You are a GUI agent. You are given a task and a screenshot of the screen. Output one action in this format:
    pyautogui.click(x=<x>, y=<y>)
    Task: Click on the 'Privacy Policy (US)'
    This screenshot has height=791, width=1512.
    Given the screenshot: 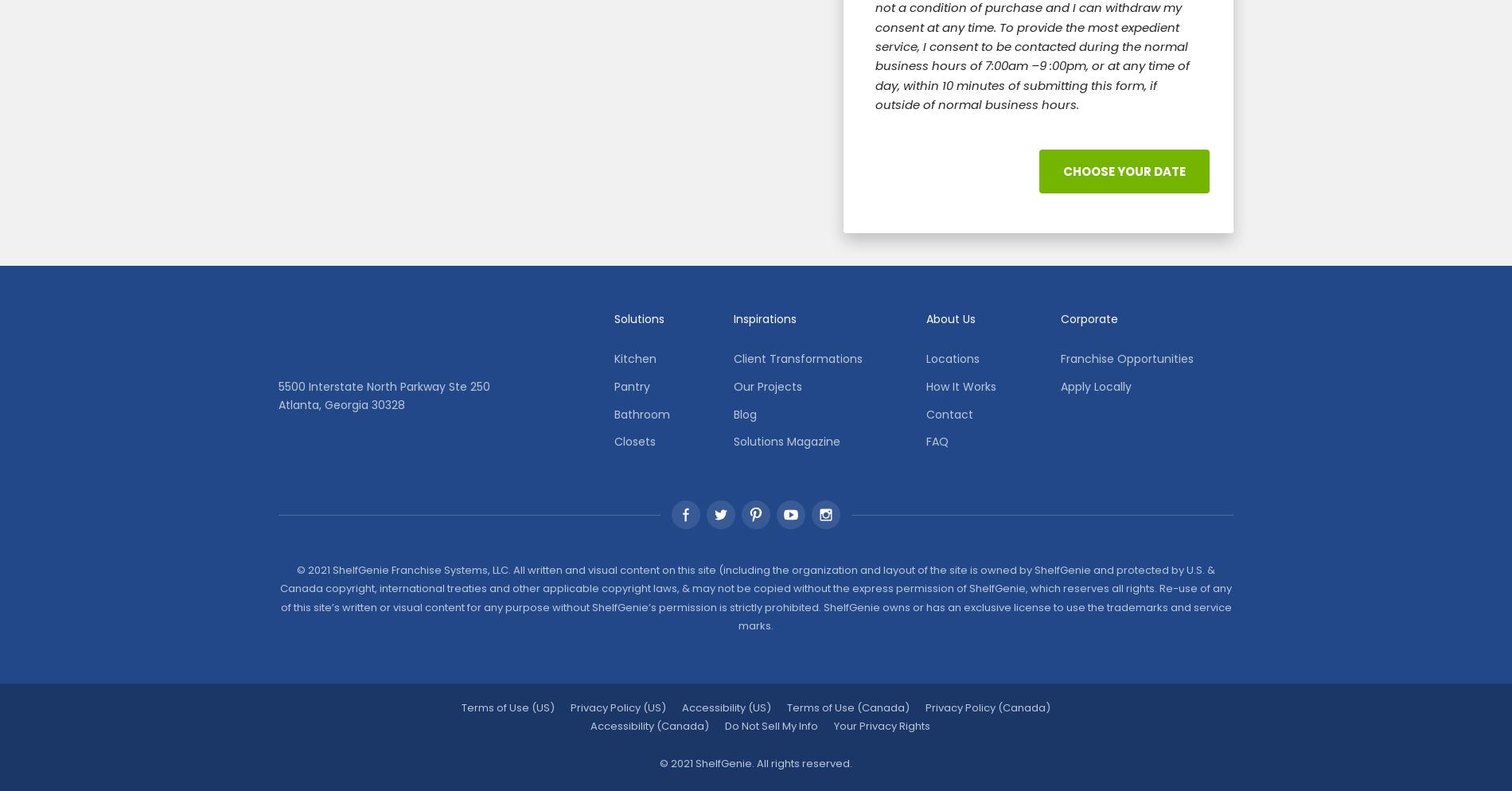 What is the action you would take?
    pyautogui.click(x=617, y=707)
    